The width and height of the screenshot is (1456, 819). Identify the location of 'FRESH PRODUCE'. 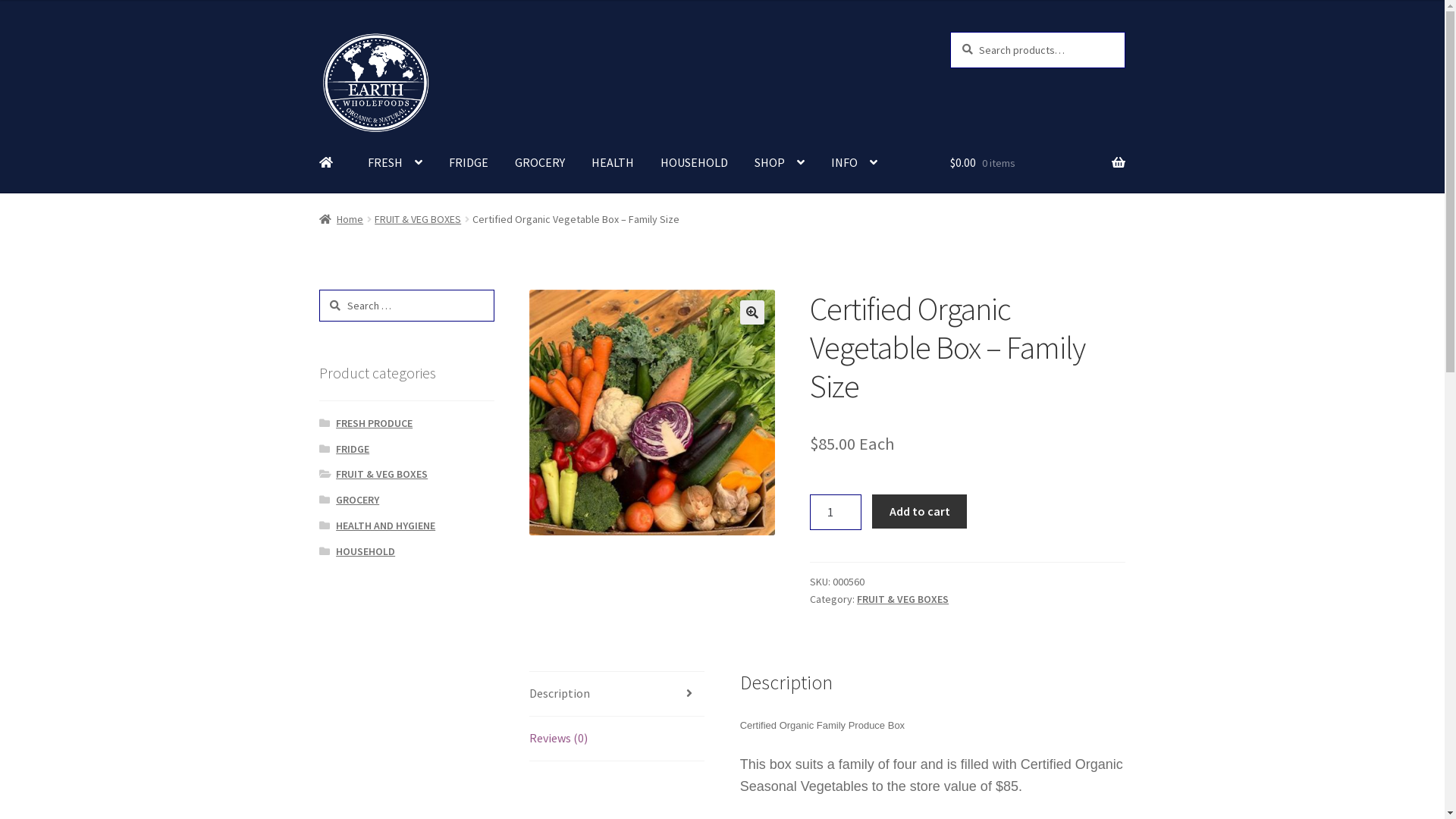
(374, 423).